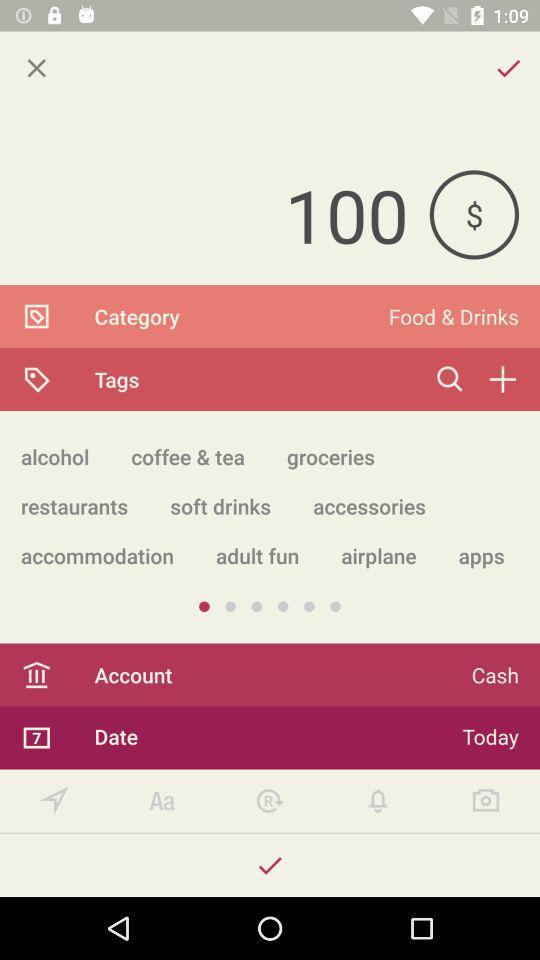 The width and height of the screenshot is (540, 960). What do you see at coordinates (73, 505) in the screenshot?
I see `the restaurants item` at bounding box center [73, 505].